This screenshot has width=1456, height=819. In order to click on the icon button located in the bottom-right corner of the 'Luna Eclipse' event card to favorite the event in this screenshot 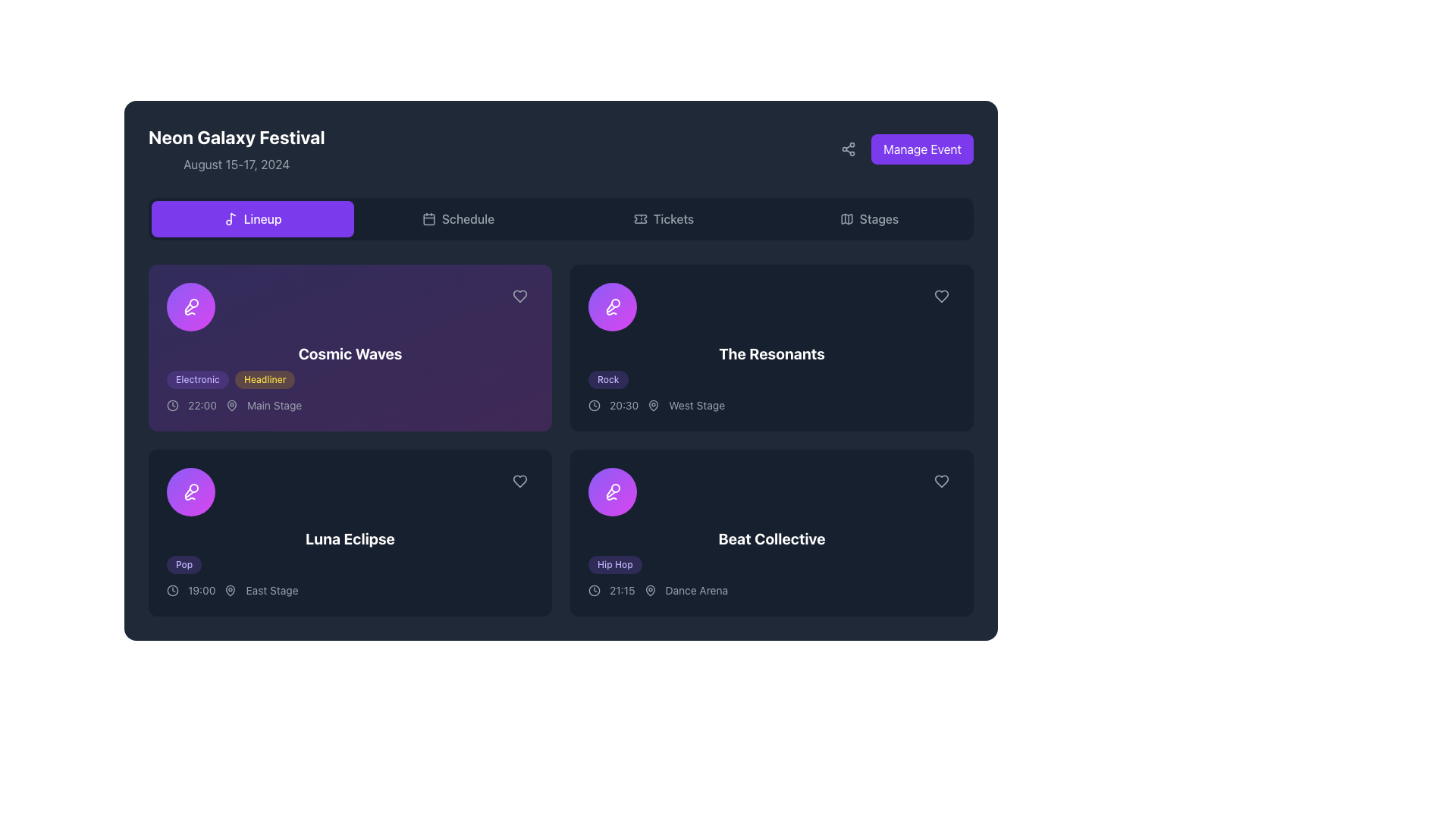, I will do `click(520, 482)`.